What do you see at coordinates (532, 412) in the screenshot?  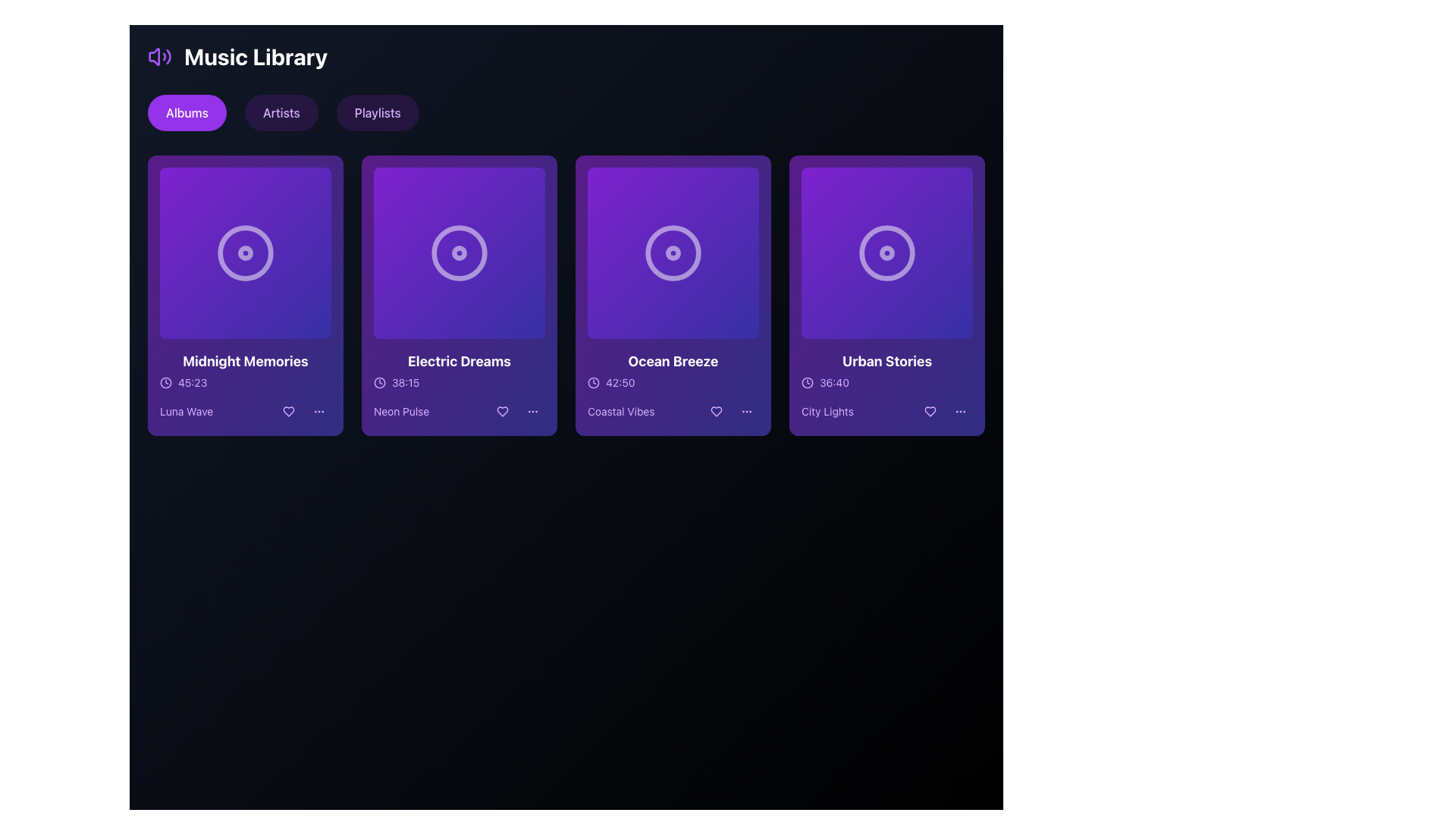 I see `the circular button icon located at the bottom-right corner of the 'Electric Dreams' album card` at bounding box center [532, 412].